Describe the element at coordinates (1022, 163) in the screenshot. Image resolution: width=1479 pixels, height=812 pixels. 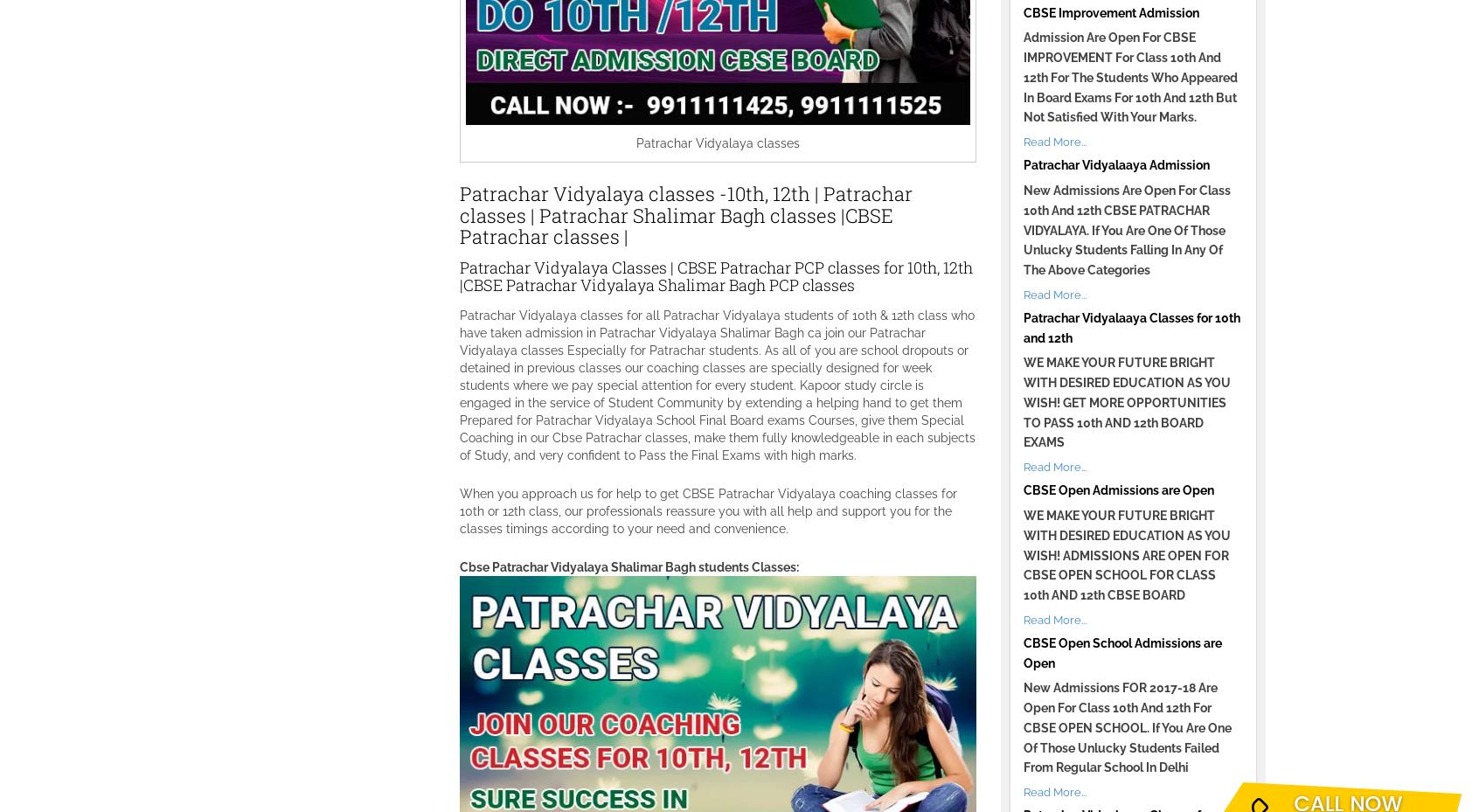
I see `'Patrachar Vidyalaaya Admission'` at that location.